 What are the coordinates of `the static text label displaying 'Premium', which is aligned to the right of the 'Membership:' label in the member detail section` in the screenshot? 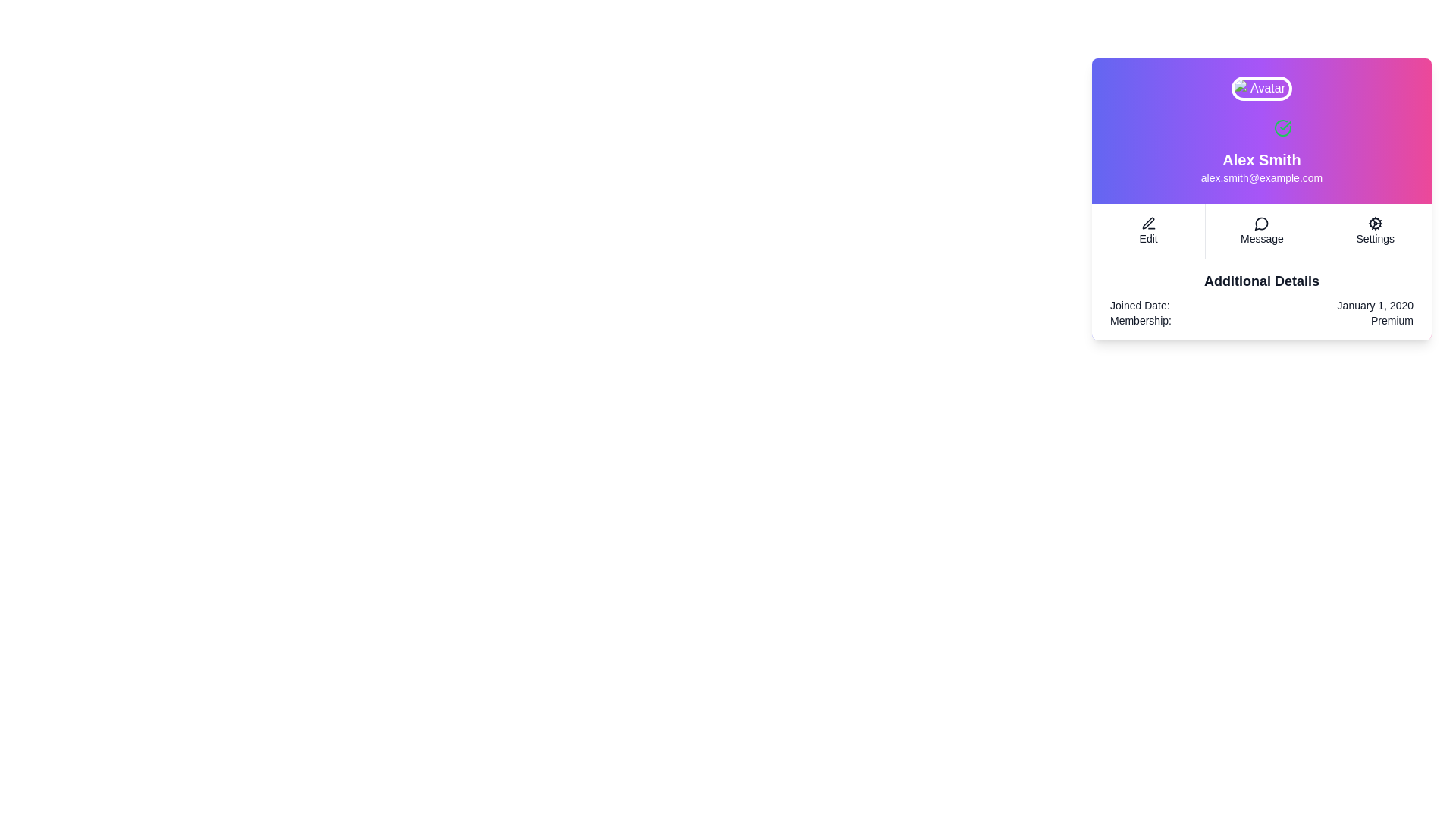 It's located at (1392, 320).